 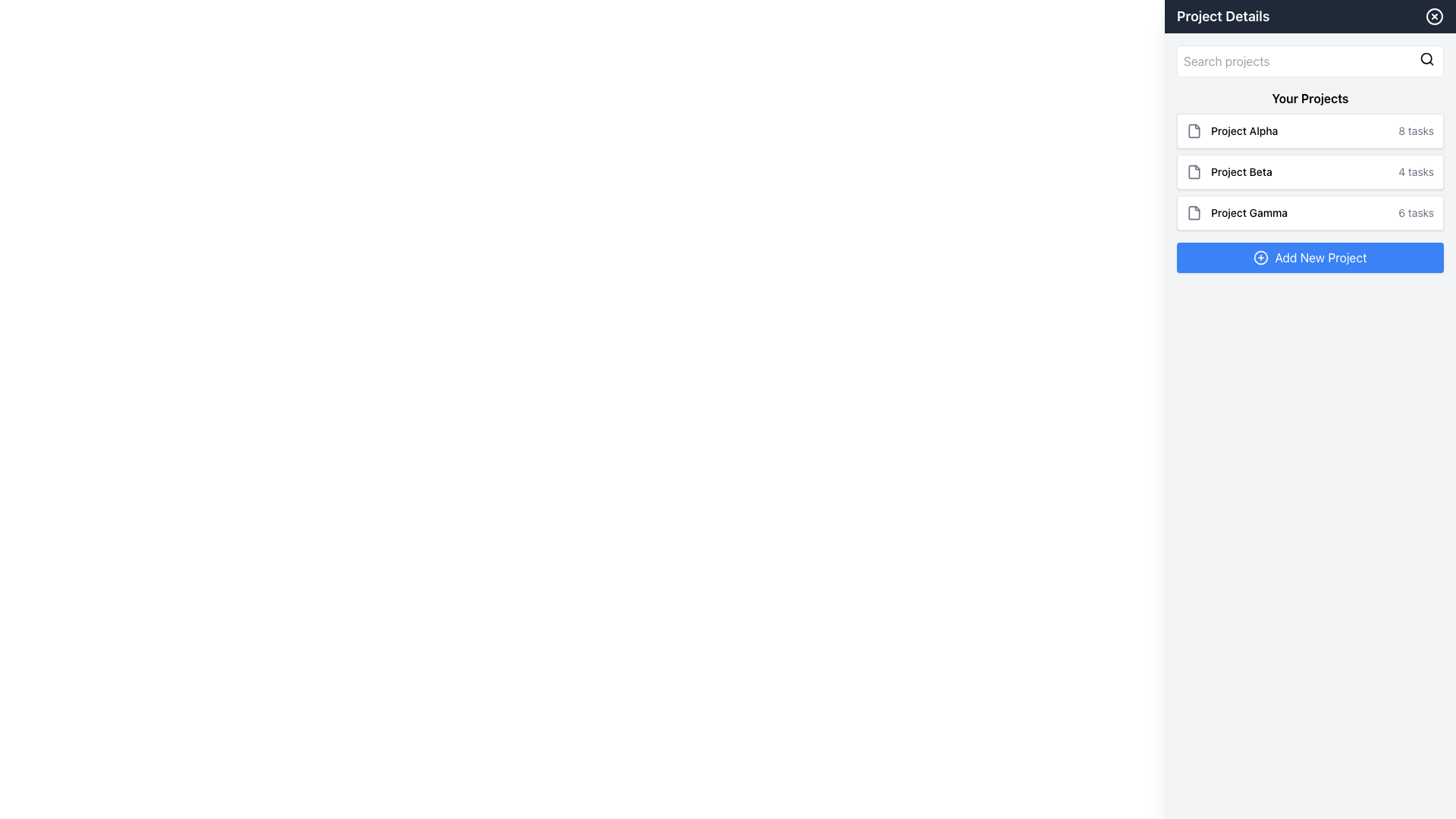 What do you see at coordinates (1241, 171) in the screenshot?
I see `the text label displaying 'Project Beta' located in the central right panel under 'Your Projects', which is the second item in the list` at bounding box center [1241, 171].